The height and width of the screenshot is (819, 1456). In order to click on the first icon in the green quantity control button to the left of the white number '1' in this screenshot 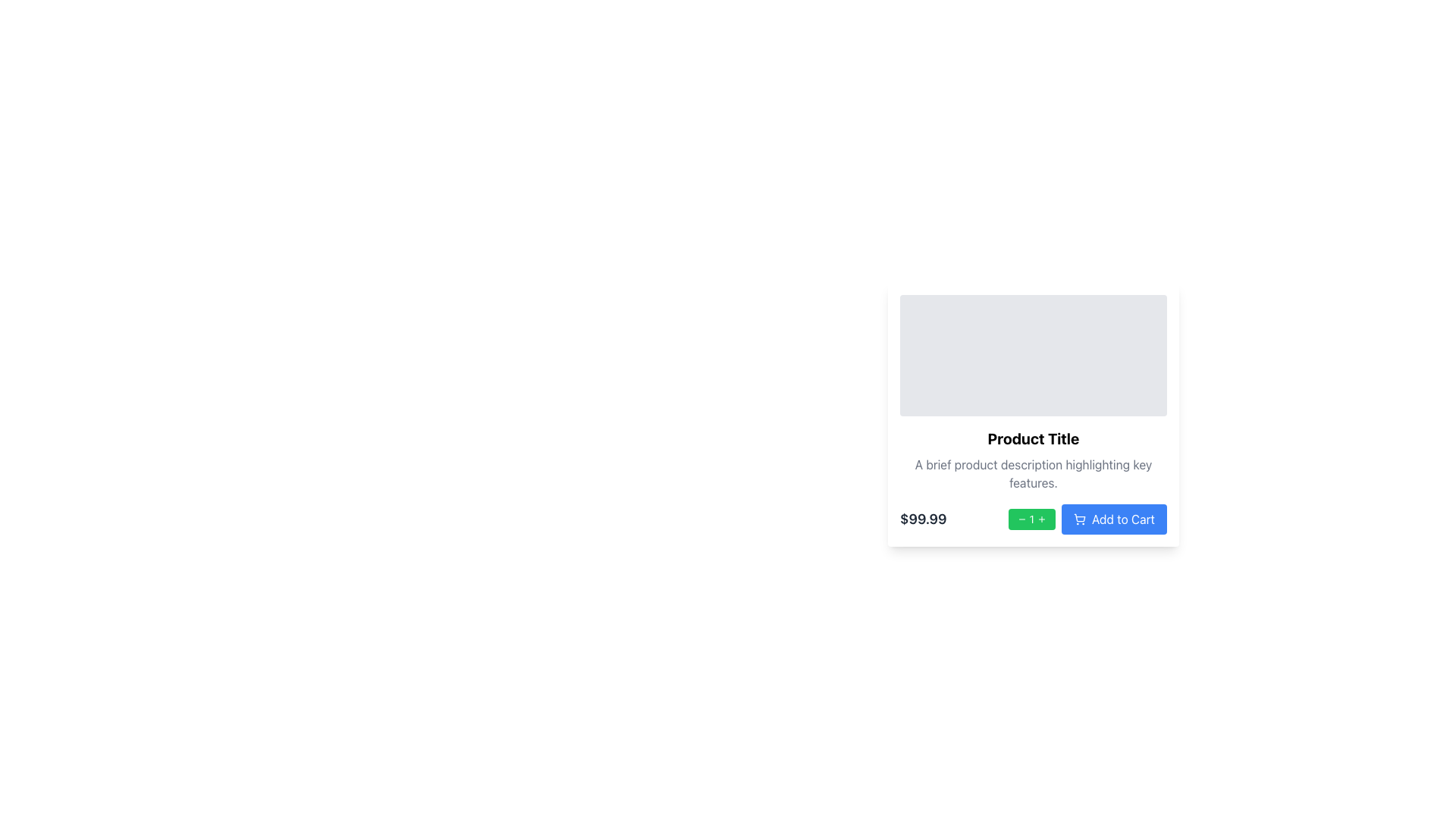, I will do `click(1021, 519)`.